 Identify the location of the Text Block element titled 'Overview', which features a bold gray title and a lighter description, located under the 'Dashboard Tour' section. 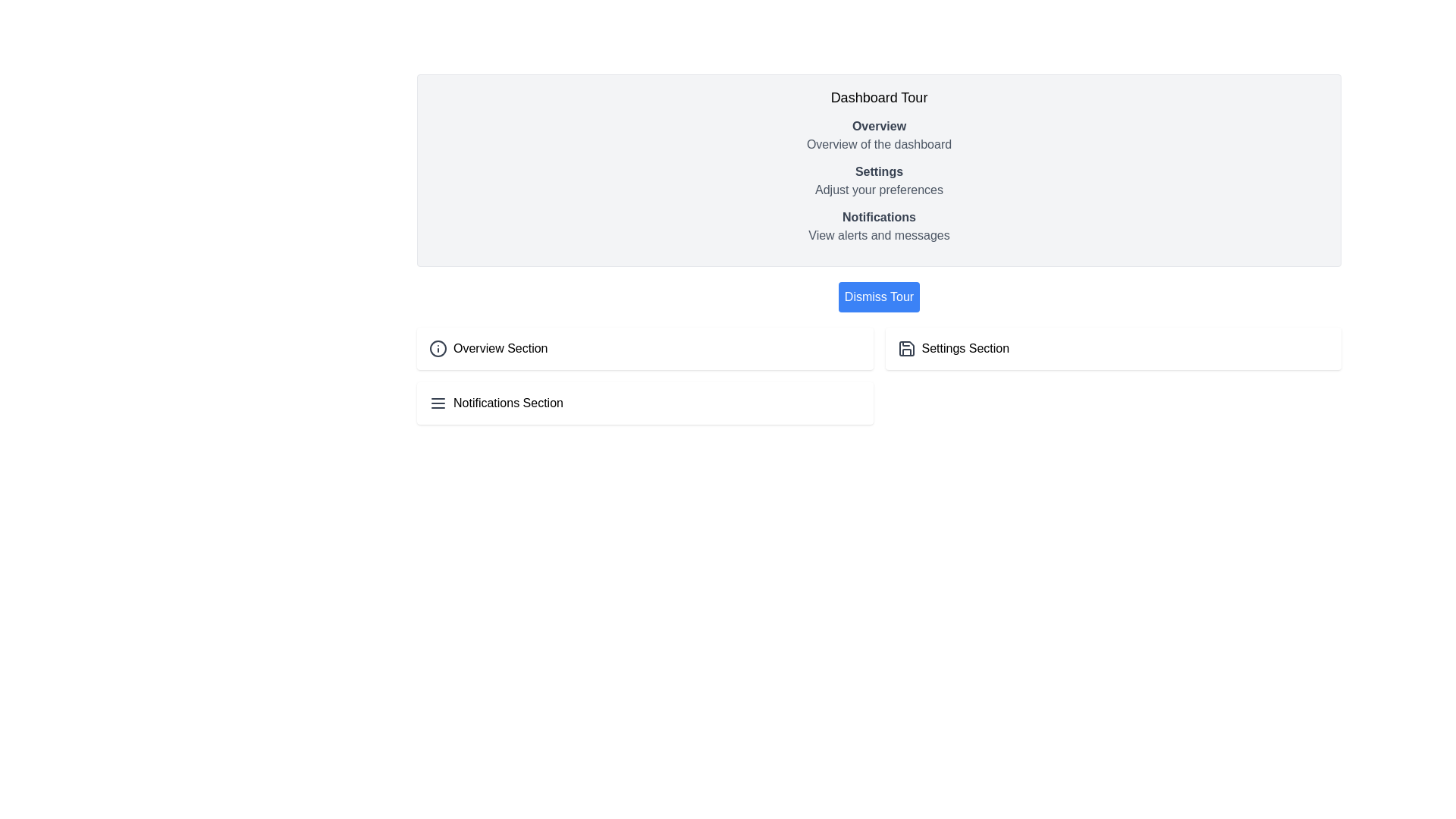
(879, 134).